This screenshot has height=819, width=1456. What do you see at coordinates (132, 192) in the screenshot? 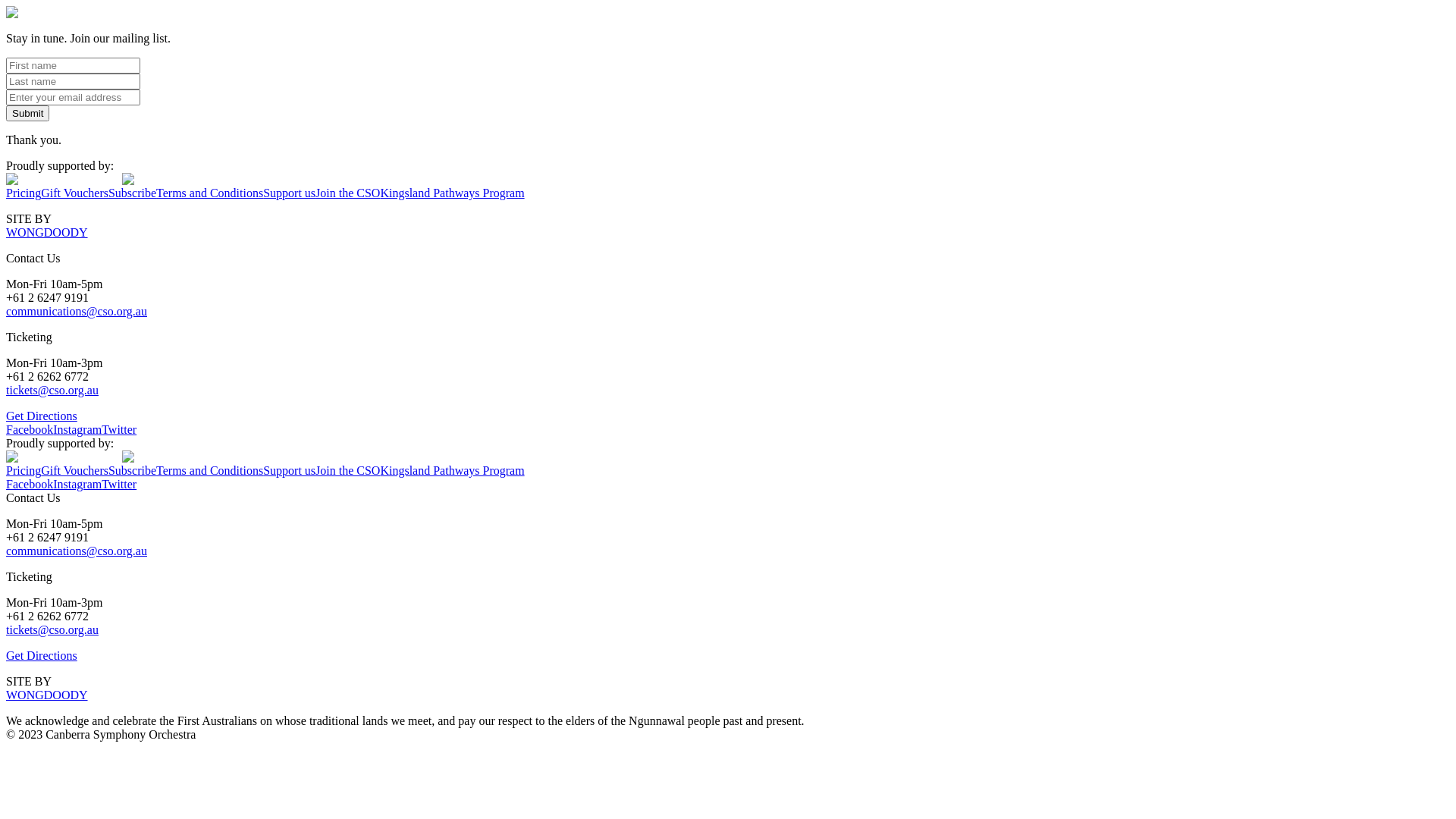
I see `'Subscribe'` at bounding box center [132, 192].